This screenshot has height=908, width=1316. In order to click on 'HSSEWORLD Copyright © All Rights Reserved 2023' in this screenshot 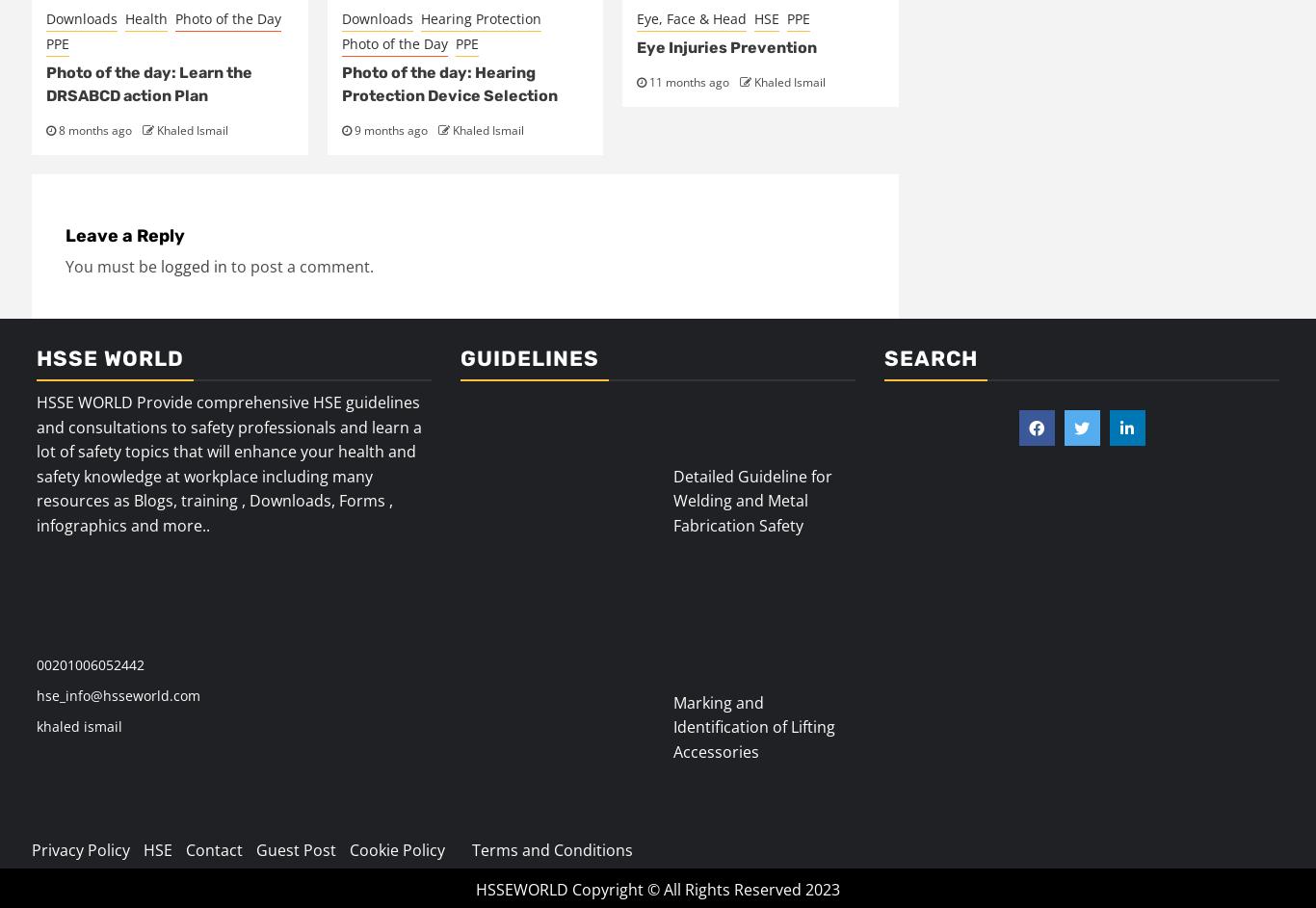, I will do `click(658, 888)`.